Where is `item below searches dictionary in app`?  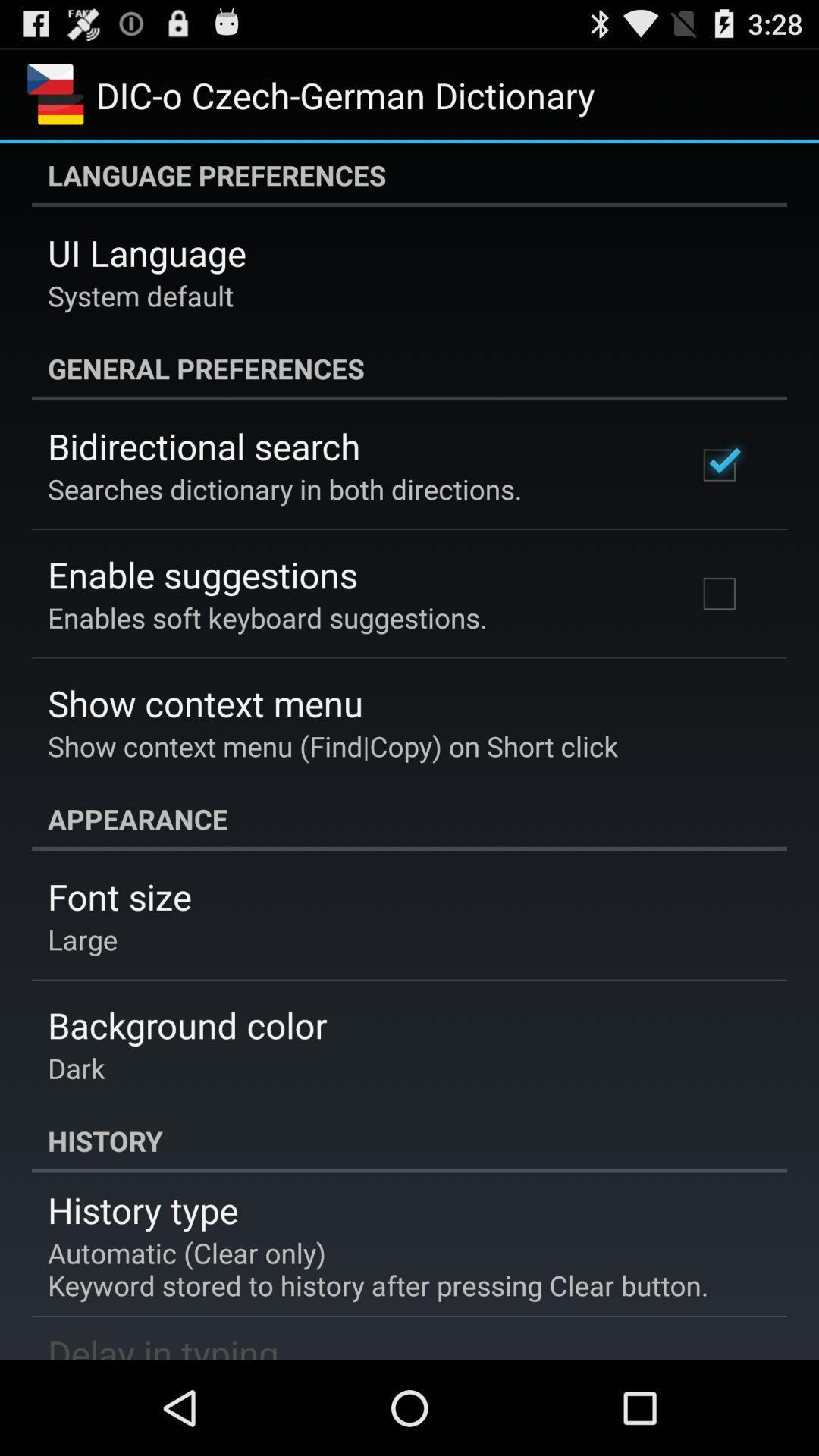 item below searches dictionary in app is located at coordinates (202, 573).